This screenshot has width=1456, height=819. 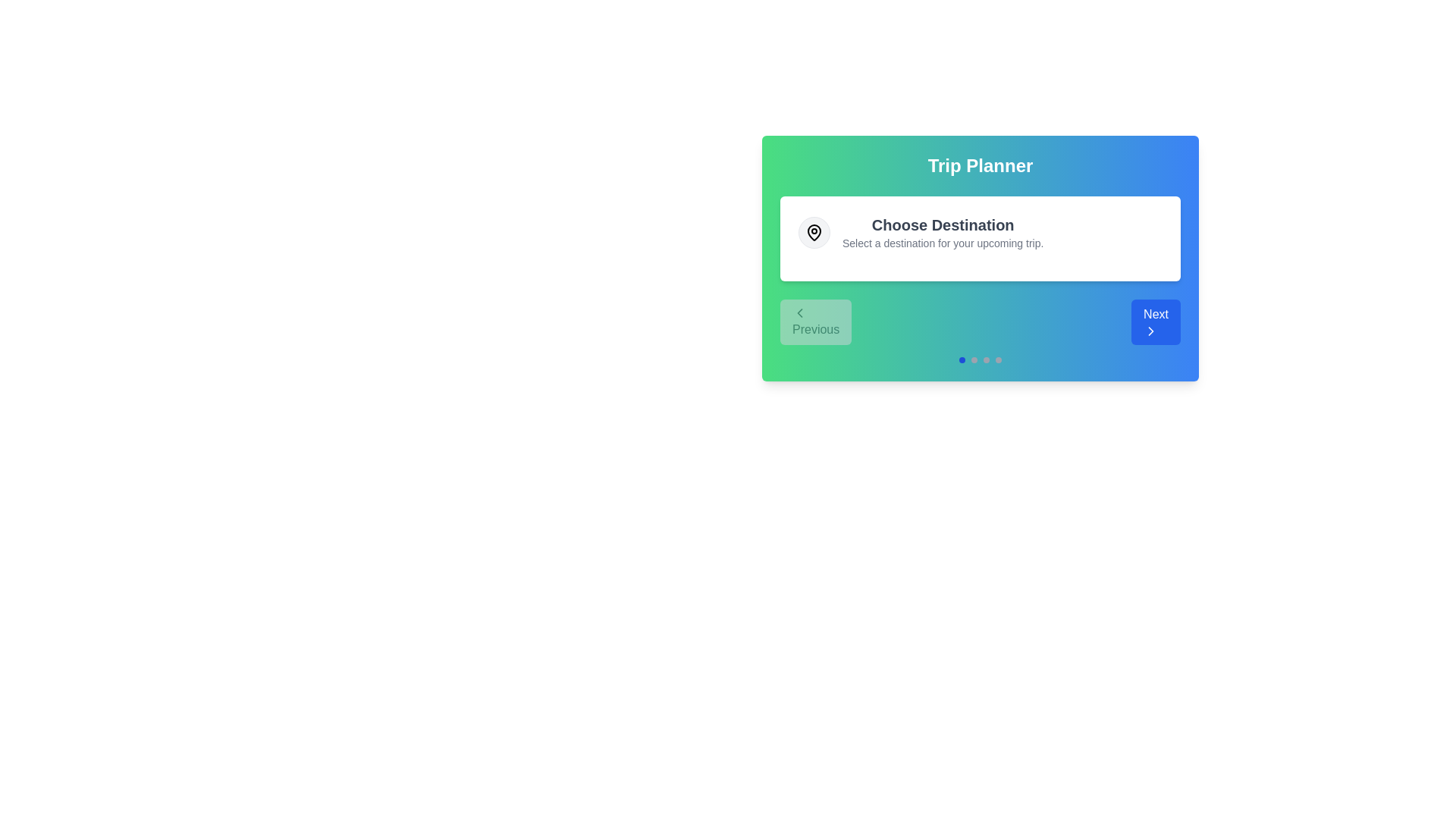 I want to click on the SVG map pin icon located in the top-left region of the 'Choose Destination' card, which features a circular pinhead and a pointed tail, so click(x=814, y=233).